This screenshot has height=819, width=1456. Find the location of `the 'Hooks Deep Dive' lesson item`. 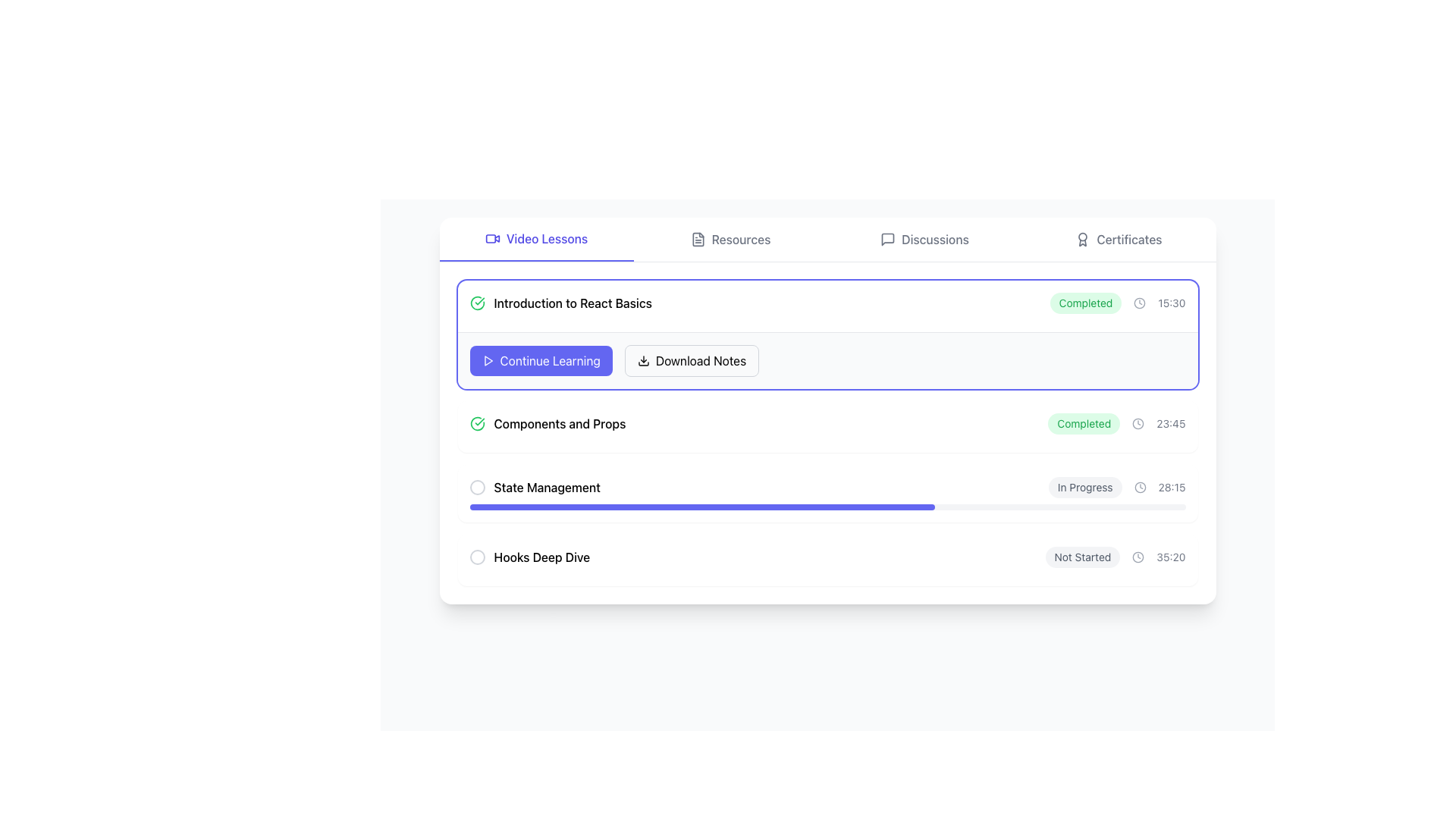

the 'Hooks Deep Dive' lesson item is located at coordinates (827, 557).